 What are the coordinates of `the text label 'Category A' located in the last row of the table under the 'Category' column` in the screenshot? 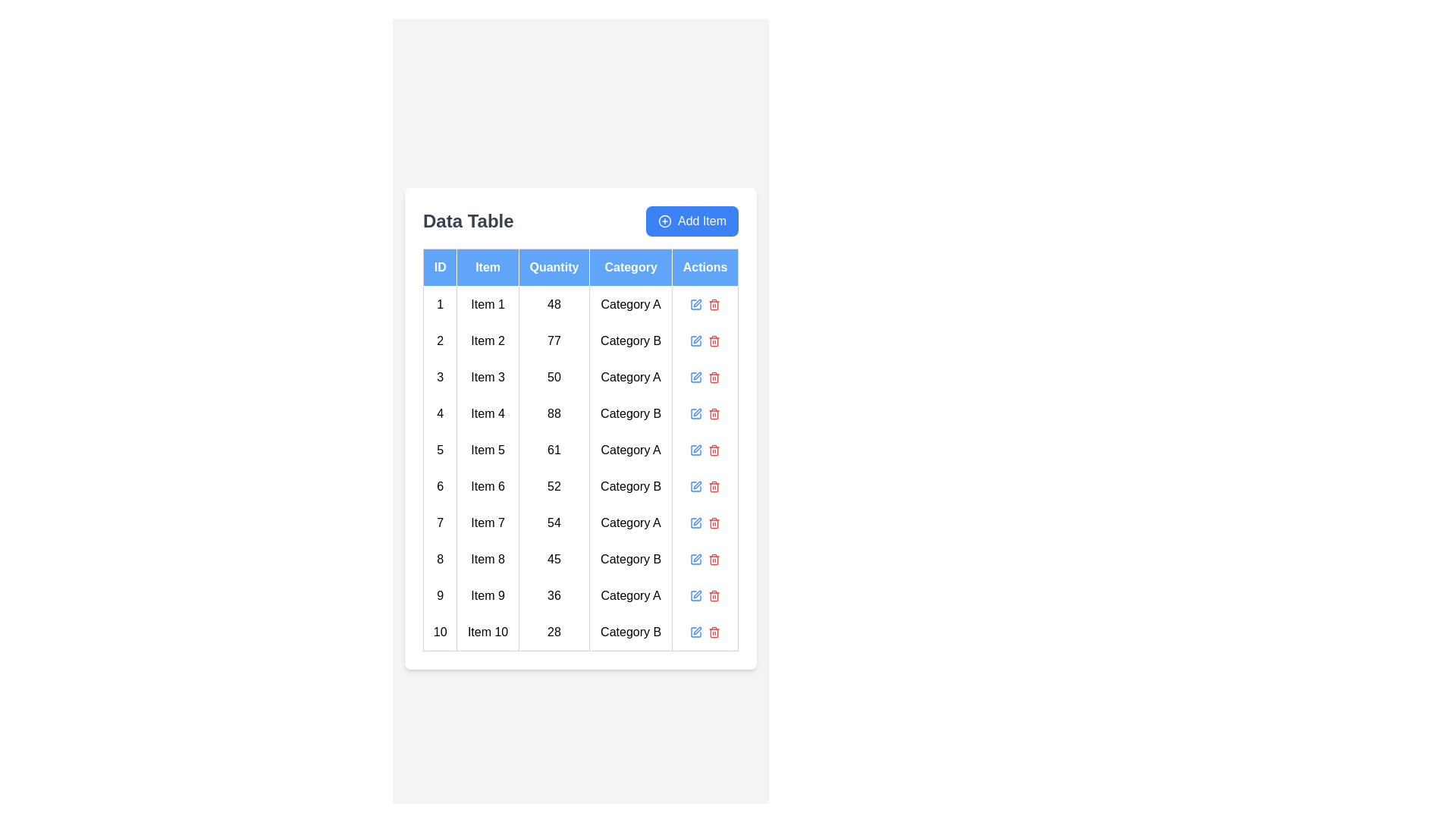 It's located at (631, 595).